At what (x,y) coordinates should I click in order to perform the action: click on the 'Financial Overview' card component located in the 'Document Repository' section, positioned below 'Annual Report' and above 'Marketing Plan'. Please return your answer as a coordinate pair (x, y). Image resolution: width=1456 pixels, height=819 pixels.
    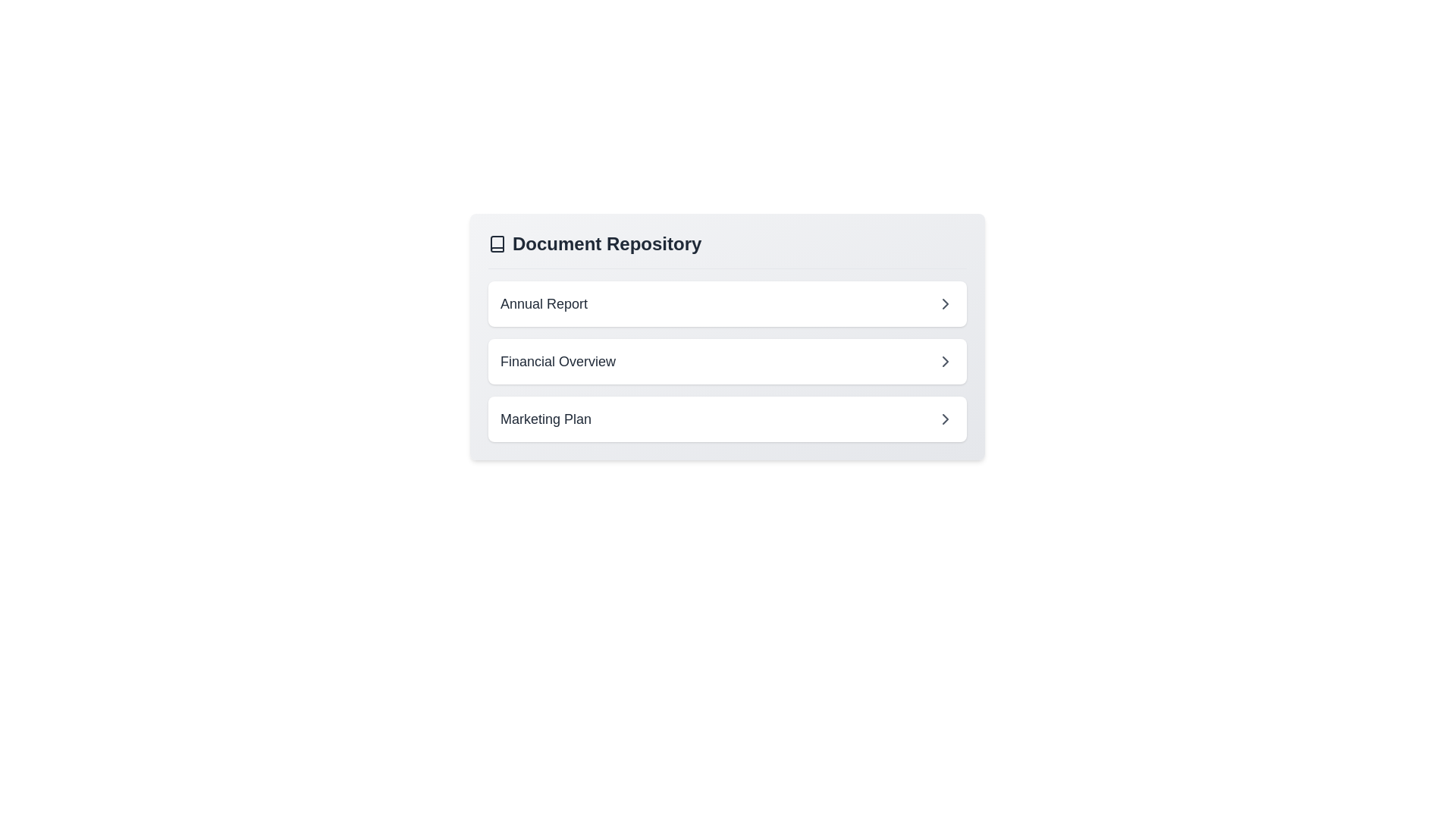
    Looking at the image, I should click on (726, 362).